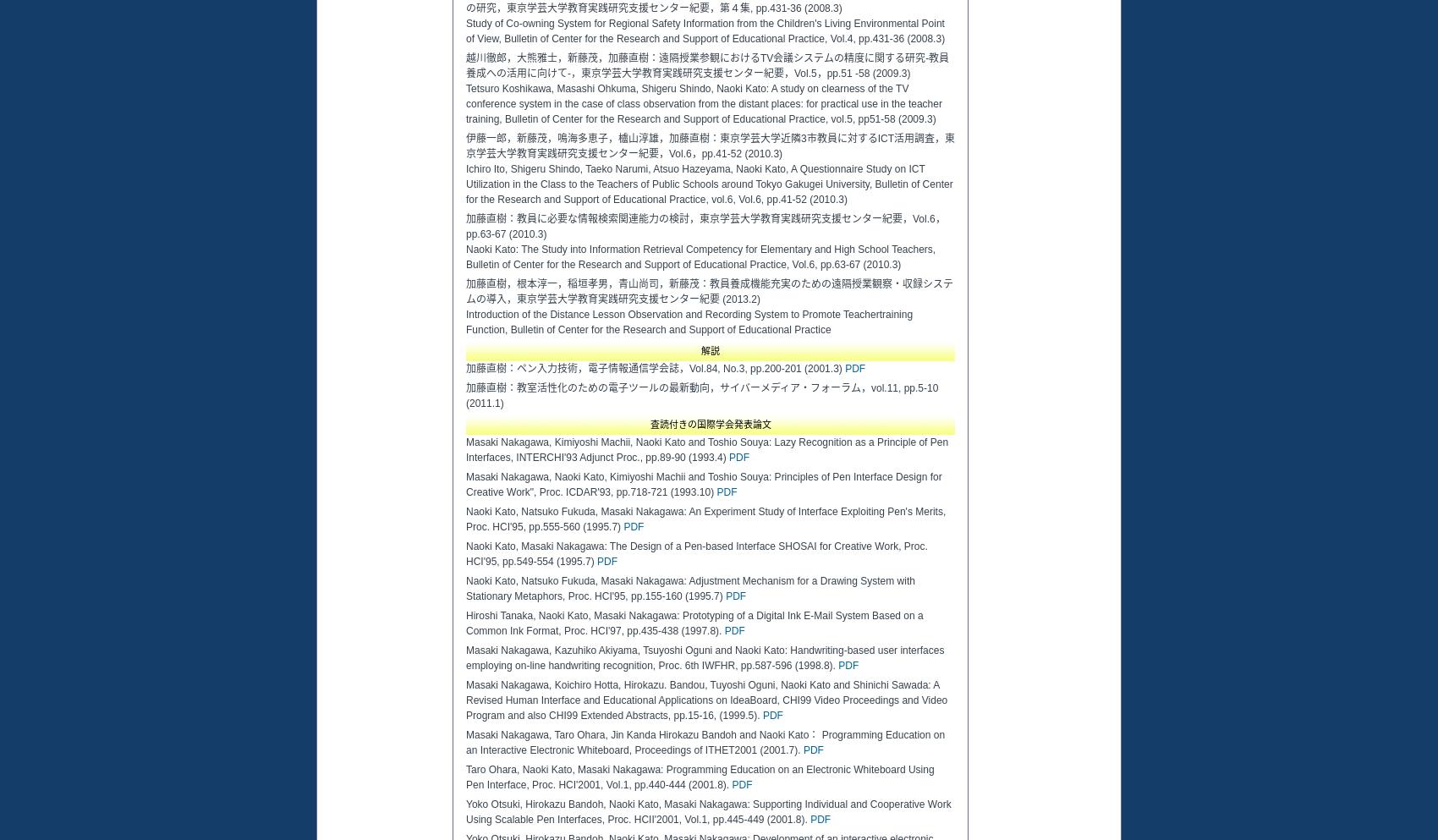  What do you see at coordinates (700, 256) in the screenshot?
I see `'Naoki Kato: The Study into Information Retrieval Competency for Elementary and High School Teachers, Bulletin of Center for the Research and Support of Educational Practice, Vol.6, pp.63-67 (2010.3)'` at bounding box center [700, 256].